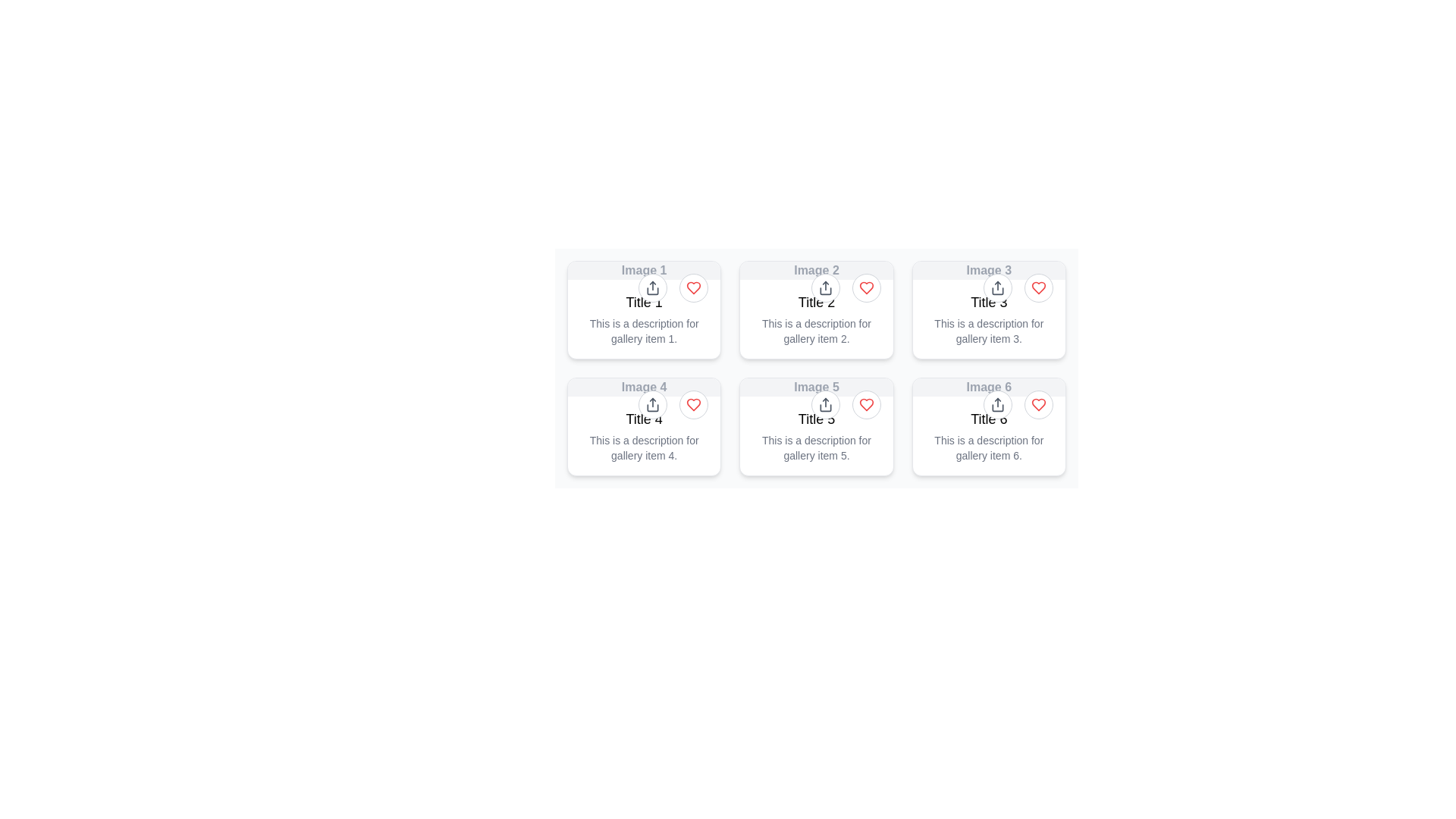 The width and height of the screenshot is (1456, 819). What do you see at coordinates (815, 386) in the screenshot?
I see `the text label 'Image 5' which is styled in light gray and bold font, located at the top-center of the card titled 'Title 5'` at bounding box center [815, 386].